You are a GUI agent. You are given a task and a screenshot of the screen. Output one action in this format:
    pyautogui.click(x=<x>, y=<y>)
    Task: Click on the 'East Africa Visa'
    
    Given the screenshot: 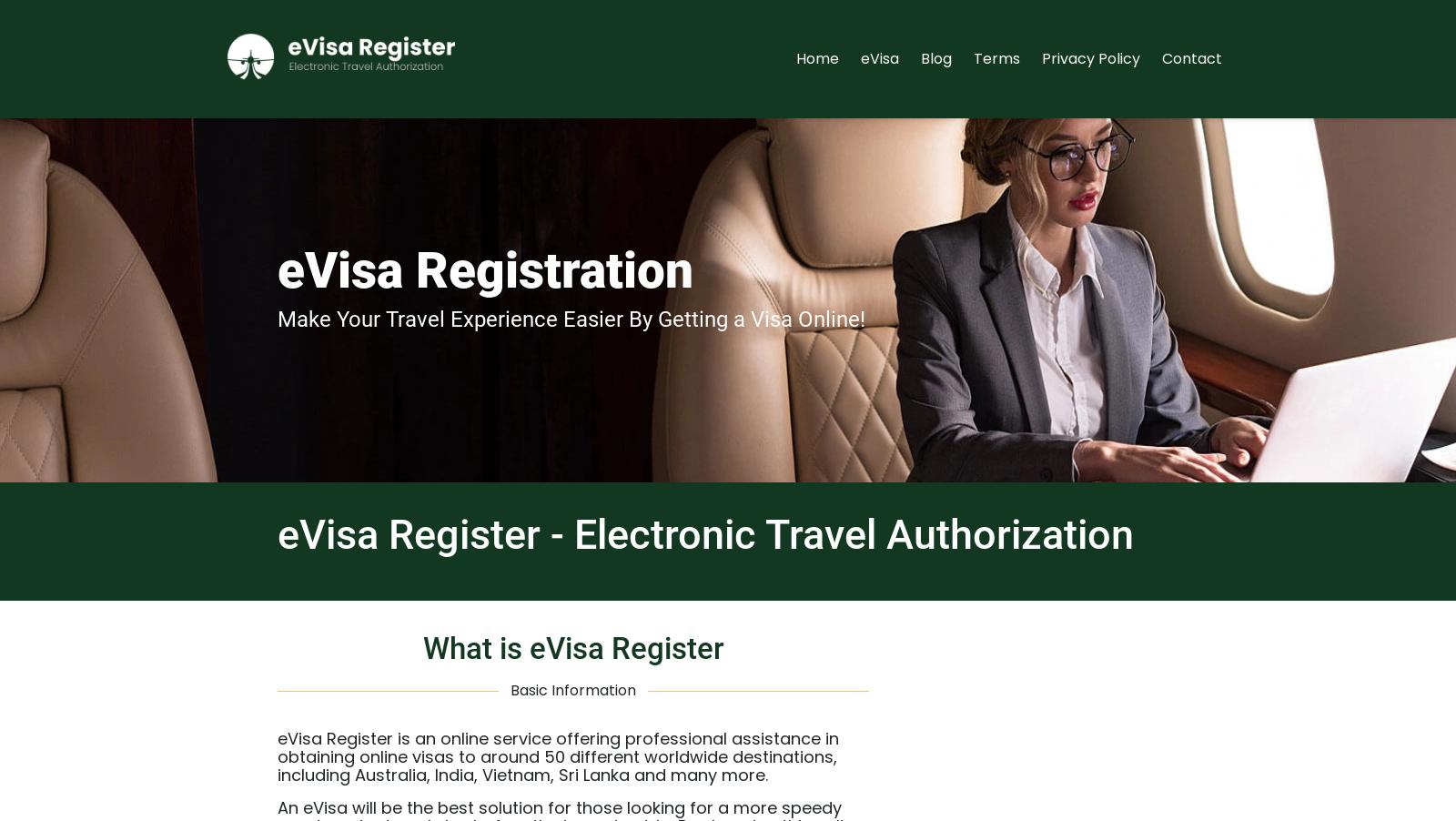 What is the action you would take?
    pyautogui.click(x=631, y=483)
    